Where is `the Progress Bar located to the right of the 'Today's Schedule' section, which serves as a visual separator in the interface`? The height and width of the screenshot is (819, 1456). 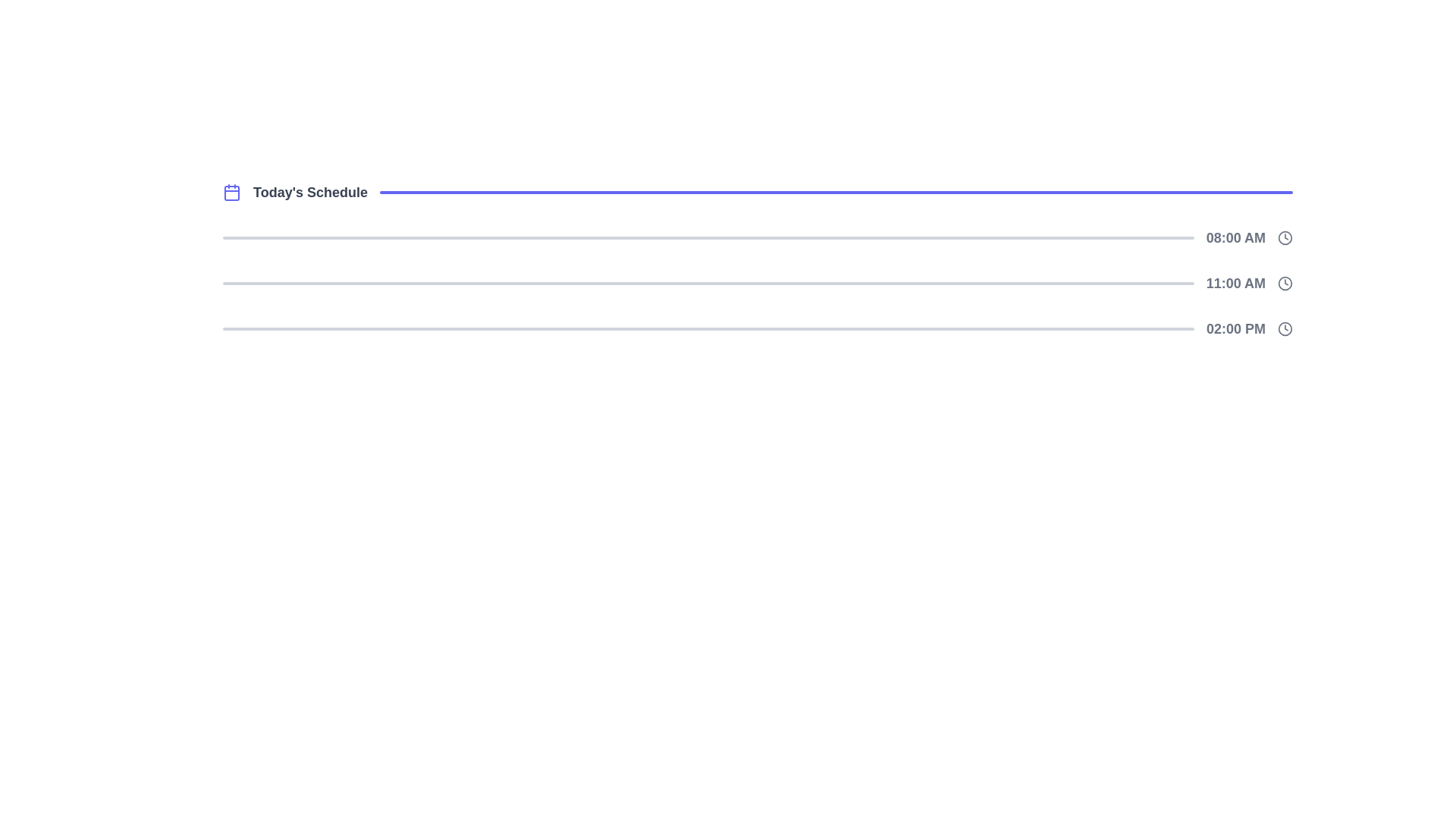
the Progress Bar located to the right of the 'Today's Schedule' section, which serves as a visual separator in the interface is located at coordinates (836, 192).